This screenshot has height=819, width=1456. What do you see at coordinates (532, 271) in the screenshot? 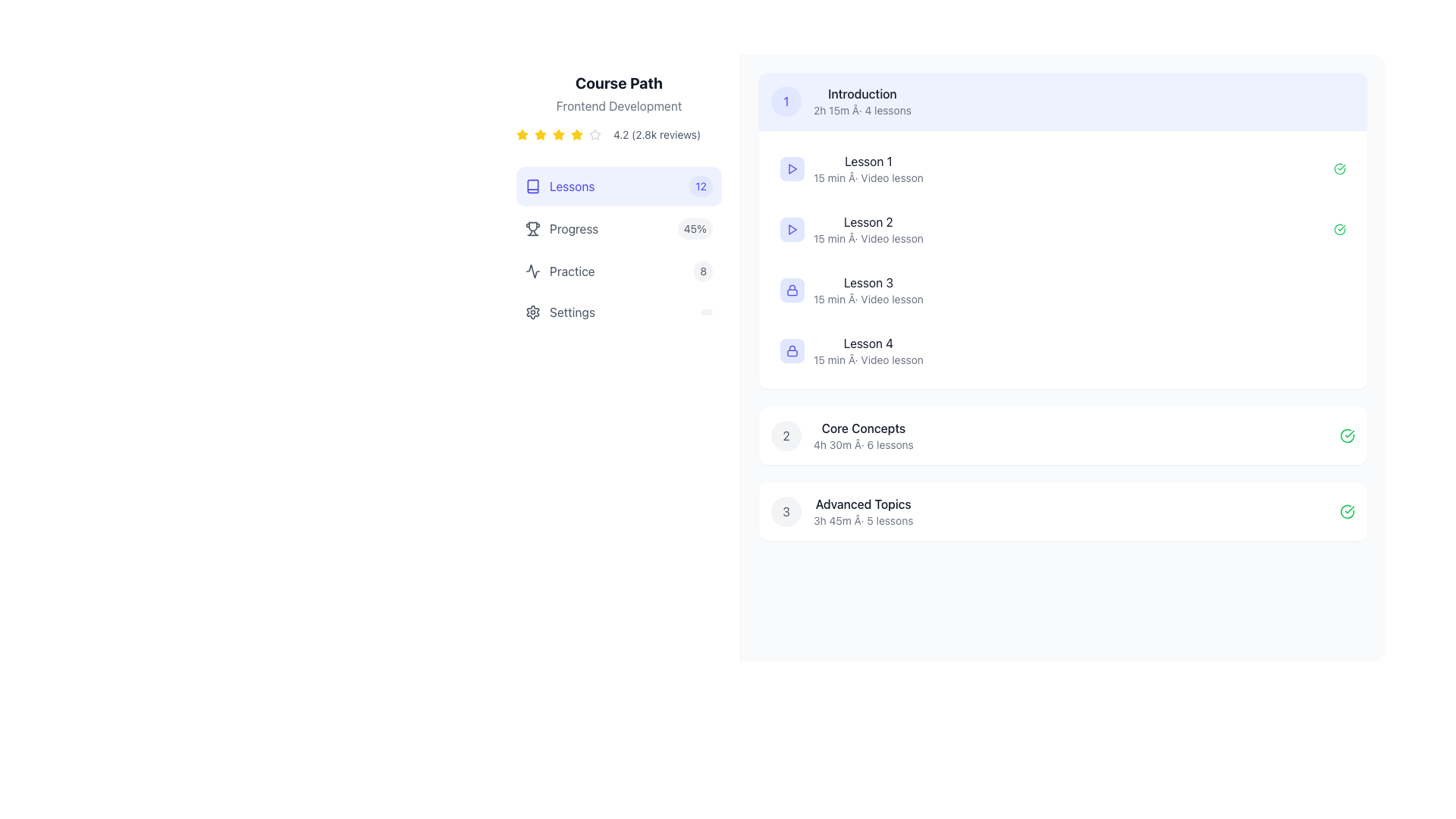
I see `the 'Practice' icon in the sidebar navigation menu` at bounding box center [532, 271].